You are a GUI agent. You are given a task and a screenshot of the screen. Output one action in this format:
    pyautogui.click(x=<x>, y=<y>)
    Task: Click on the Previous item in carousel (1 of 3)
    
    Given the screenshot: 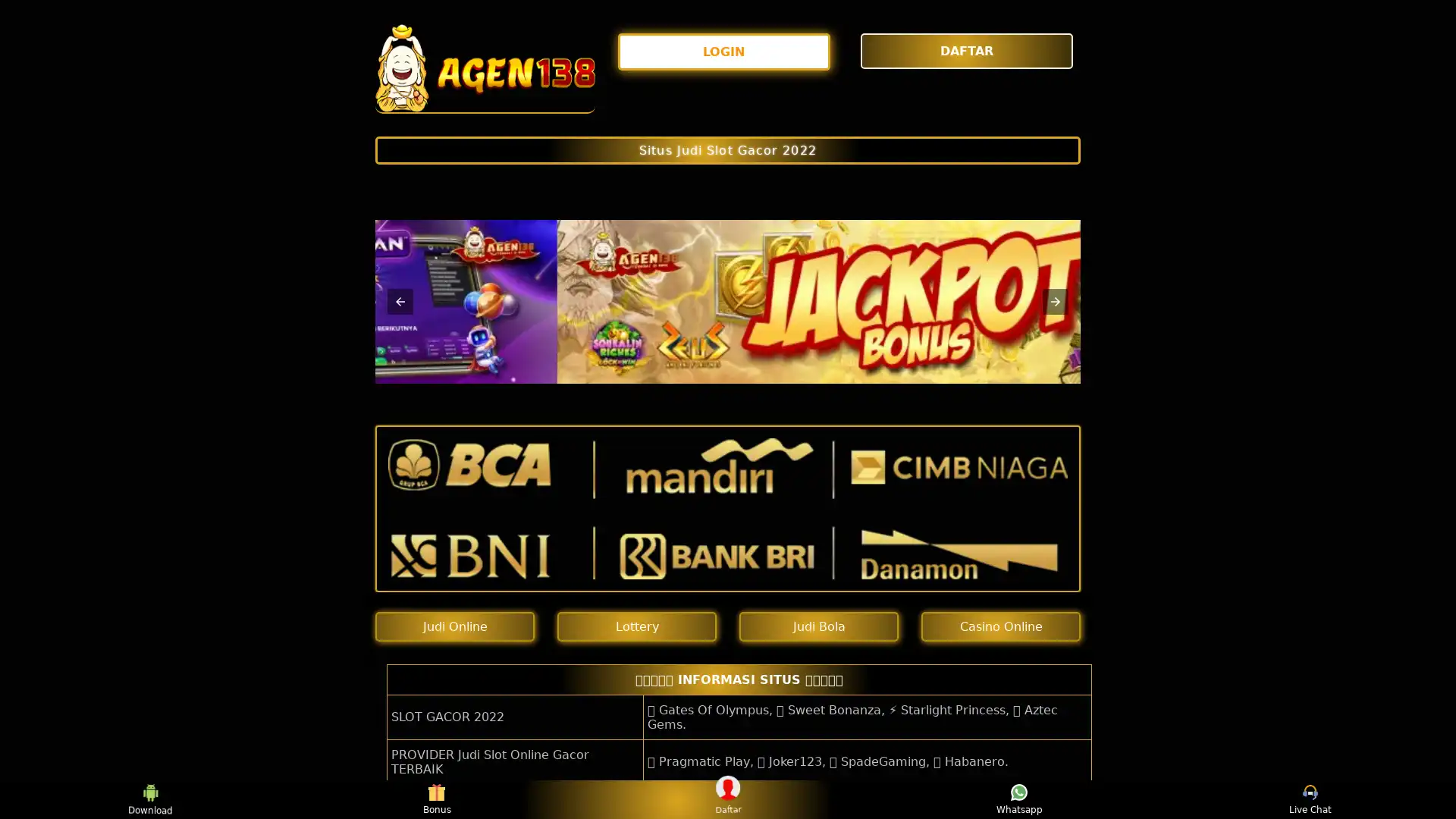 What is the action you would take?
    pyautogui.click(x=400, y=301)
    